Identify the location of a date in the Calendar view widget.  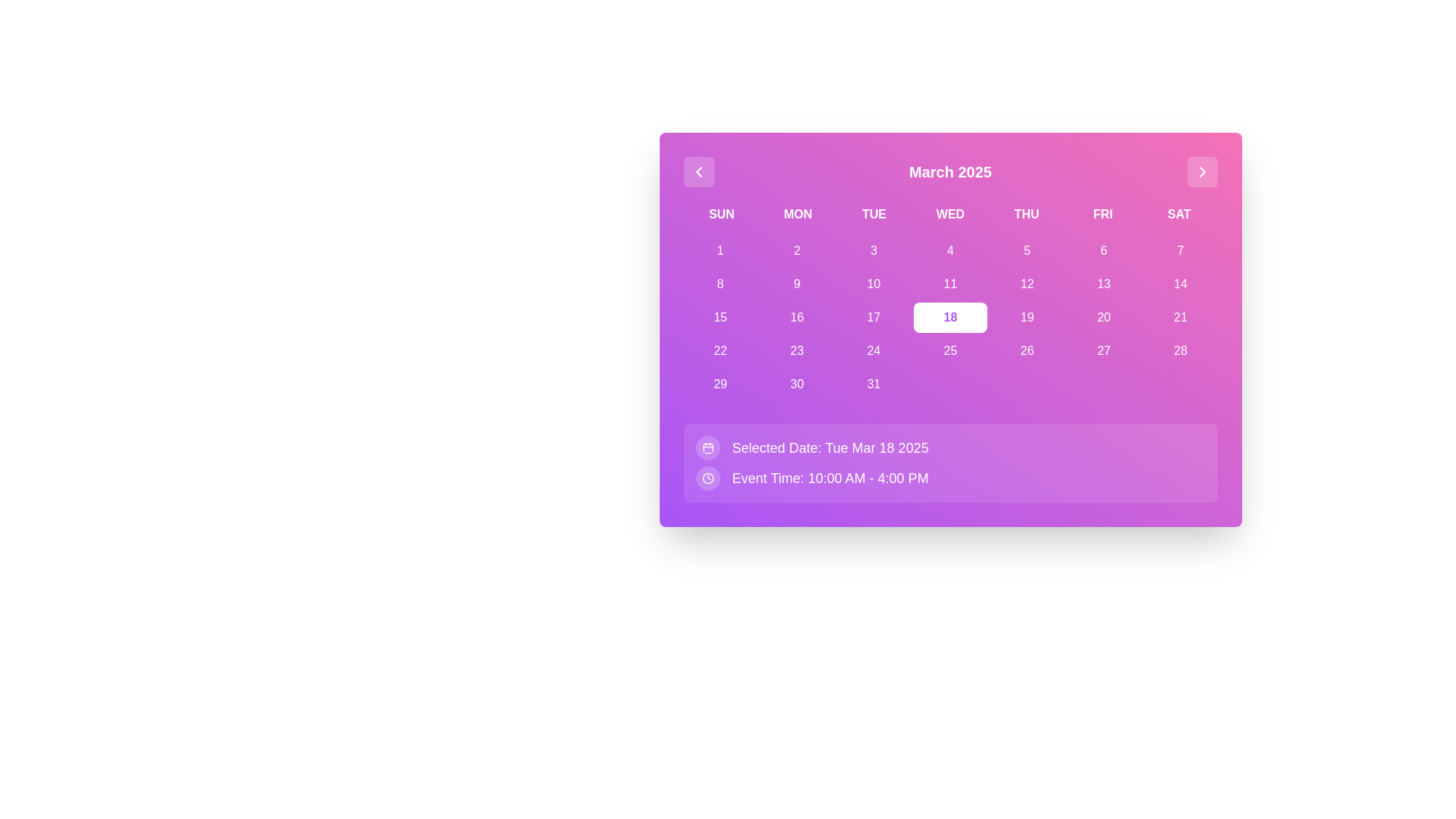
(949, 329).